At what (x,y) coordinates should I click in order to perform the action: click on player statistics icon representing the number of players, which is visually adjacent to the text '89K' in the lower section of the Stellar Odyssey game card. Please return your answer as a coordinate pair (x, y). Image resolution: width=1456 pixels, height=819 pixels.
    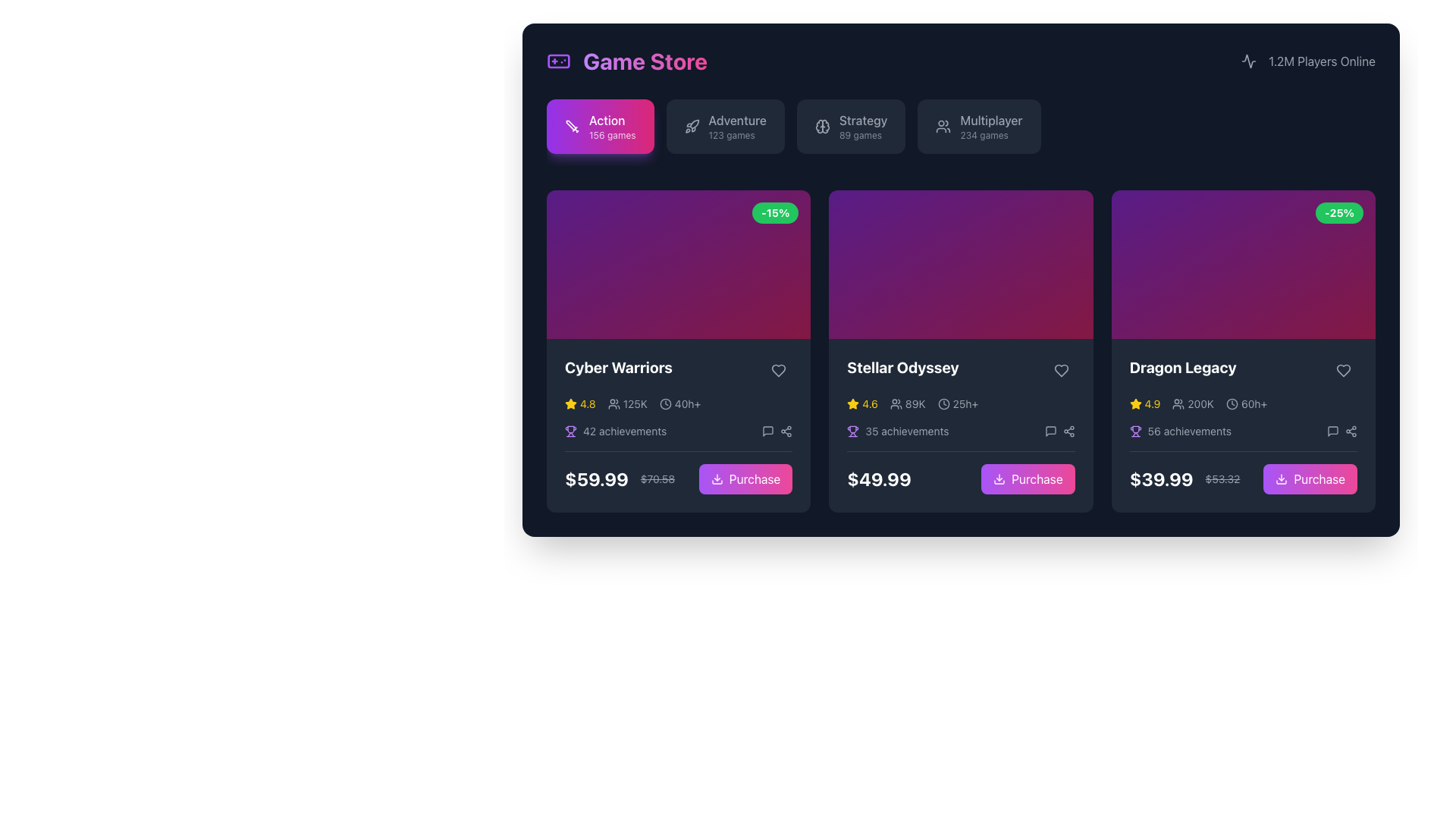
    Looking at the image, I should click on (896, 403).